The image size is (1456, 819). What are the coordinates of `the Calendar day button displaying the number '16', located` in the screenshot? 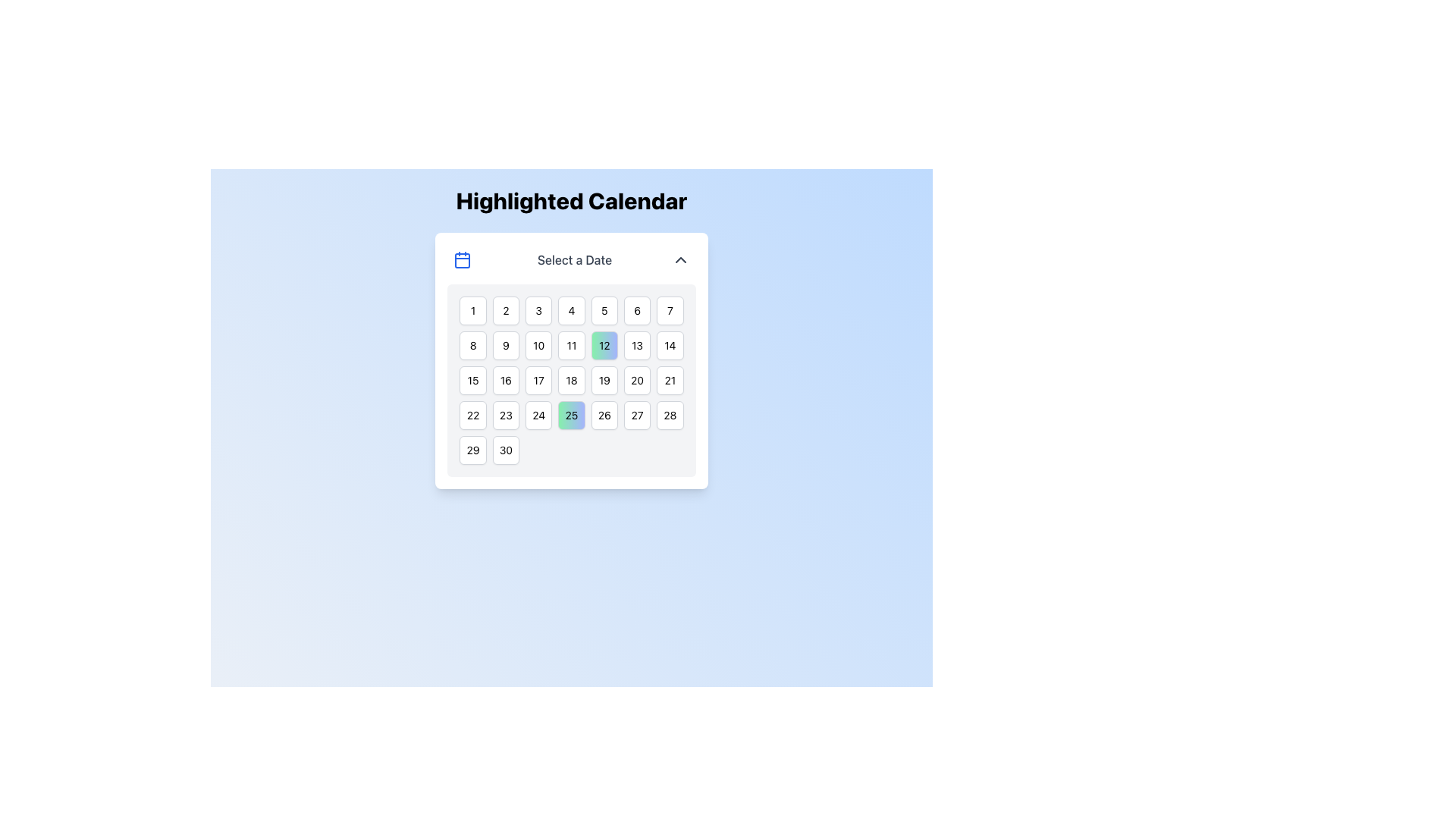 It's located at (506, 379).